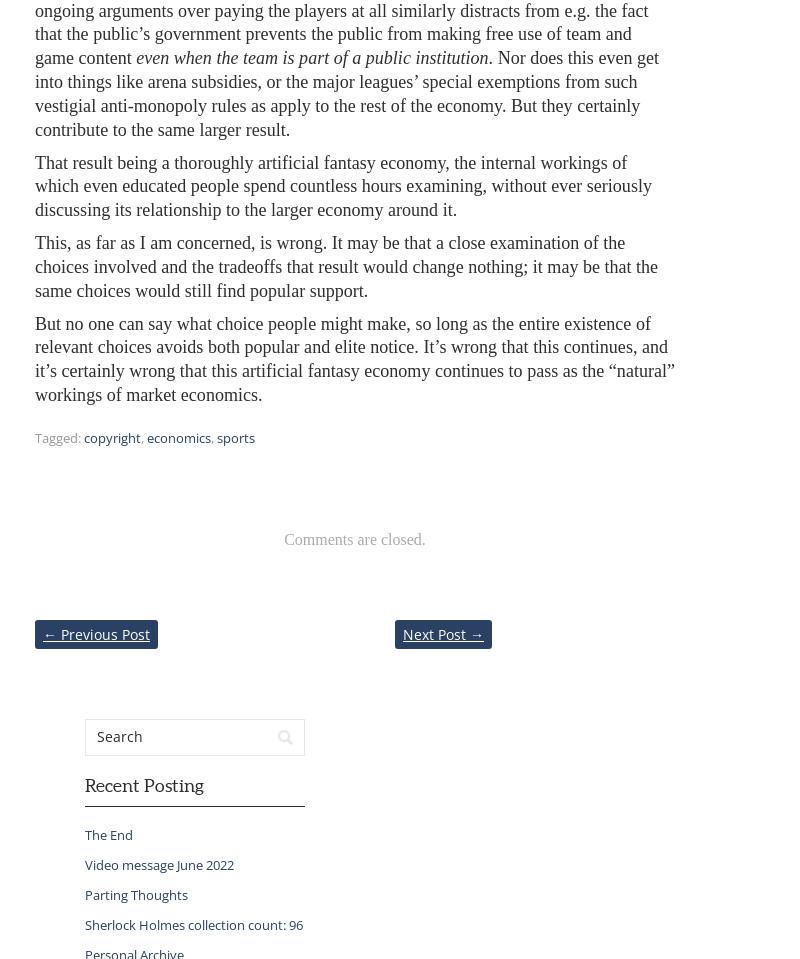 The width and height of the screenshot is (800, 959). Describe the element at coordinates (346, 266) in the screenshot. I see `'This, as far as I am concerned, is wrong. It may be that a close examination of the choices involved and the tradeoffs that result would change nothing; it may be that the same choices would still find popular support.'` at that location.